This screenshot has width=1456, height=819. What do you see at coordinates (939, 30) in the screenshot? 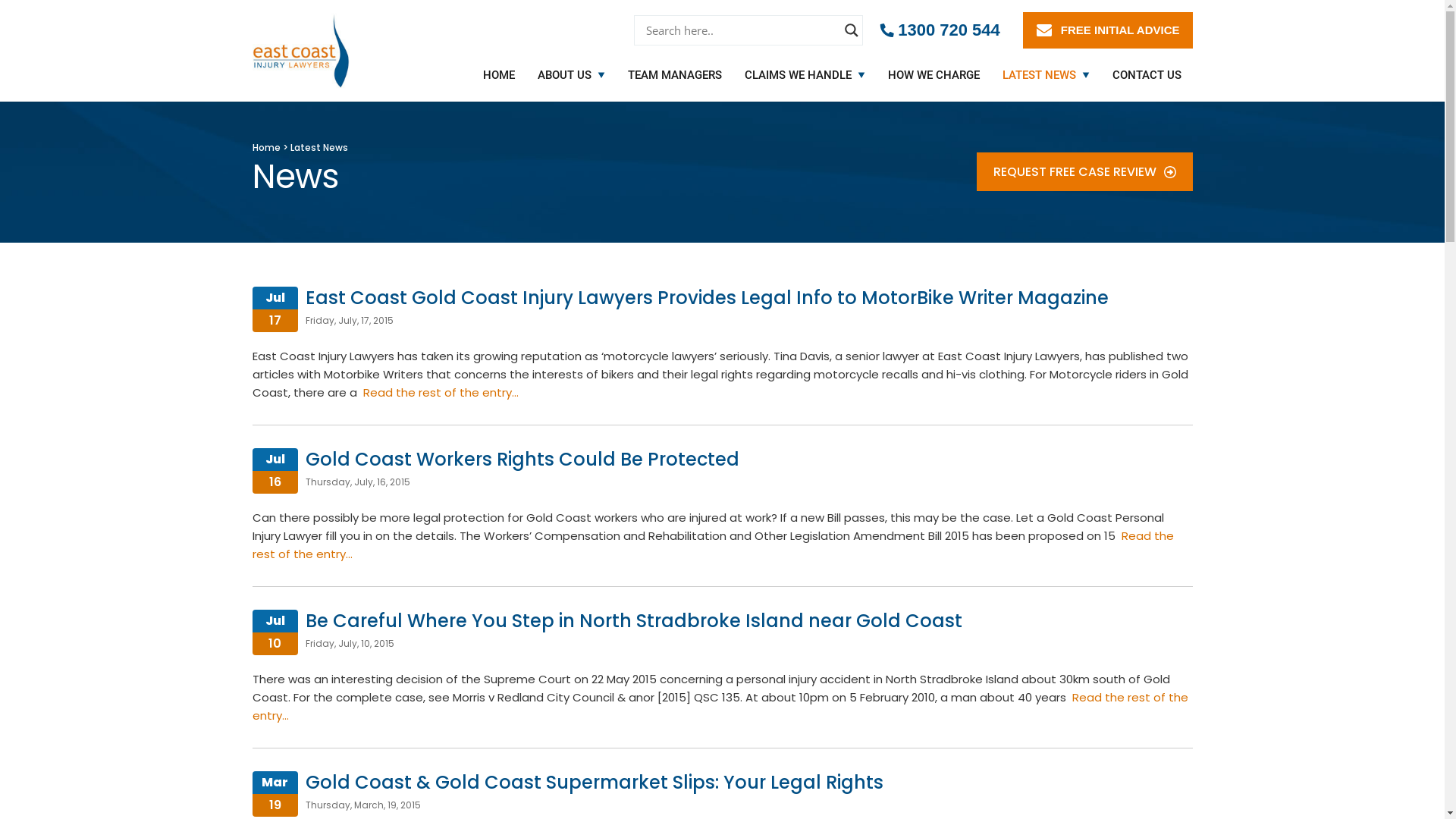
I see `'1300 720 544'` at bounding box center [939, 30].